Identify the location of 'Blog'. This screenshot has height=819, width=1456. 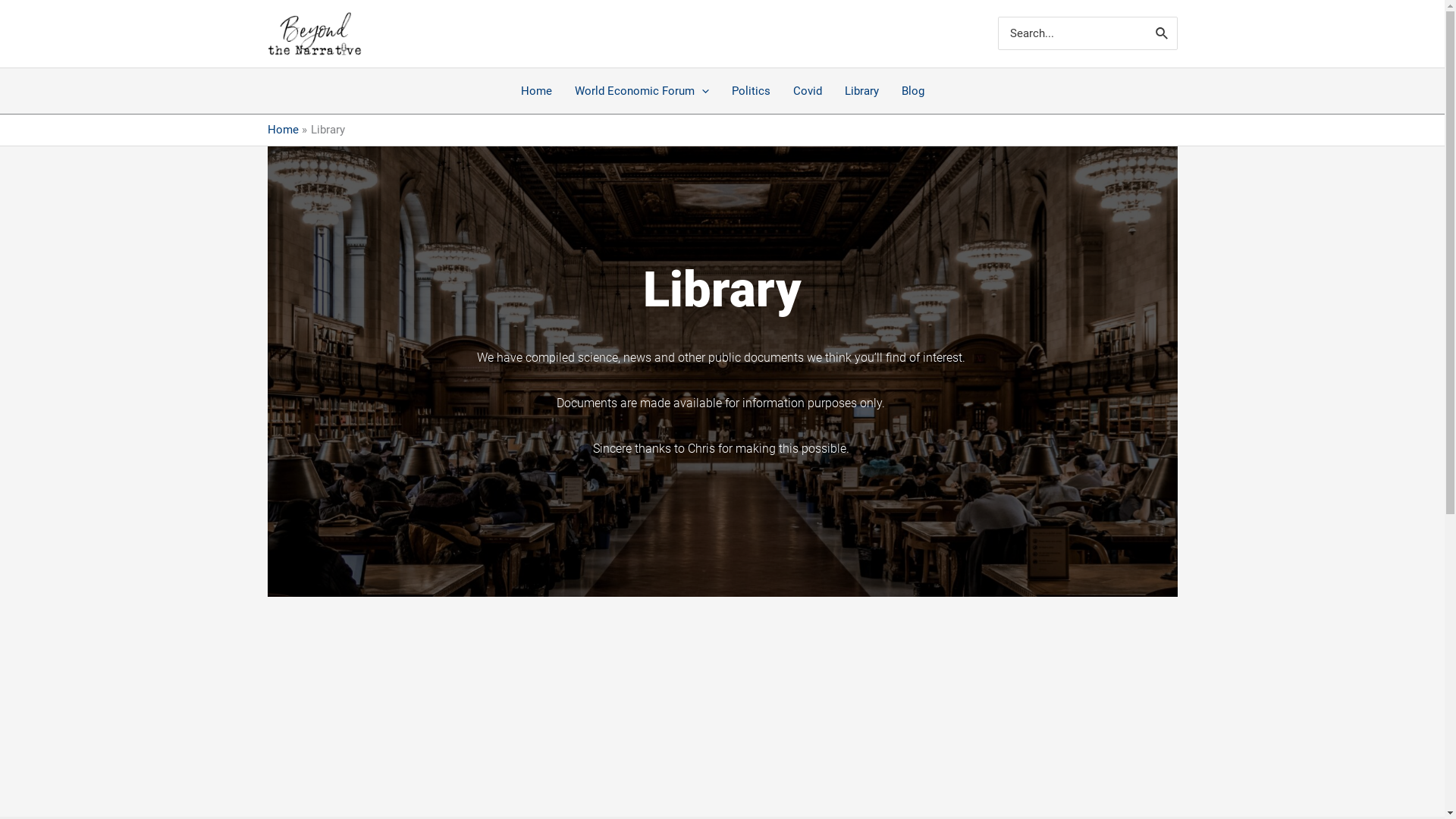
(890, 90).